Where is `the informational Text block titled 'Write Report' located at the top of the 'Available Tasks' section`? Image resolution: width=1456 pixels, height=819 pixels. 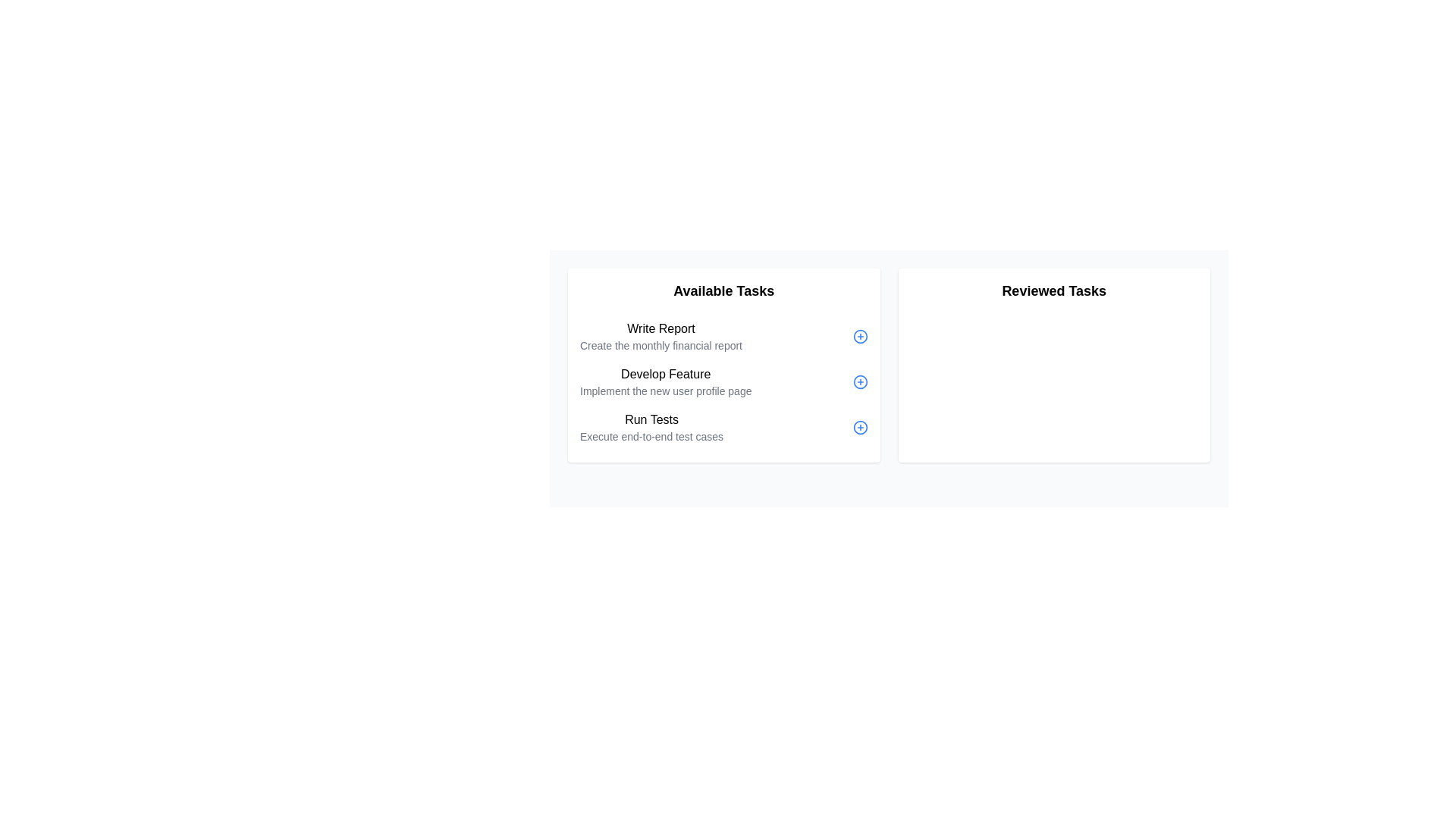
the informational Text block titled 'Write Report' located at the top of the 'Available Tasks' section is located at coordinates (661, 335).